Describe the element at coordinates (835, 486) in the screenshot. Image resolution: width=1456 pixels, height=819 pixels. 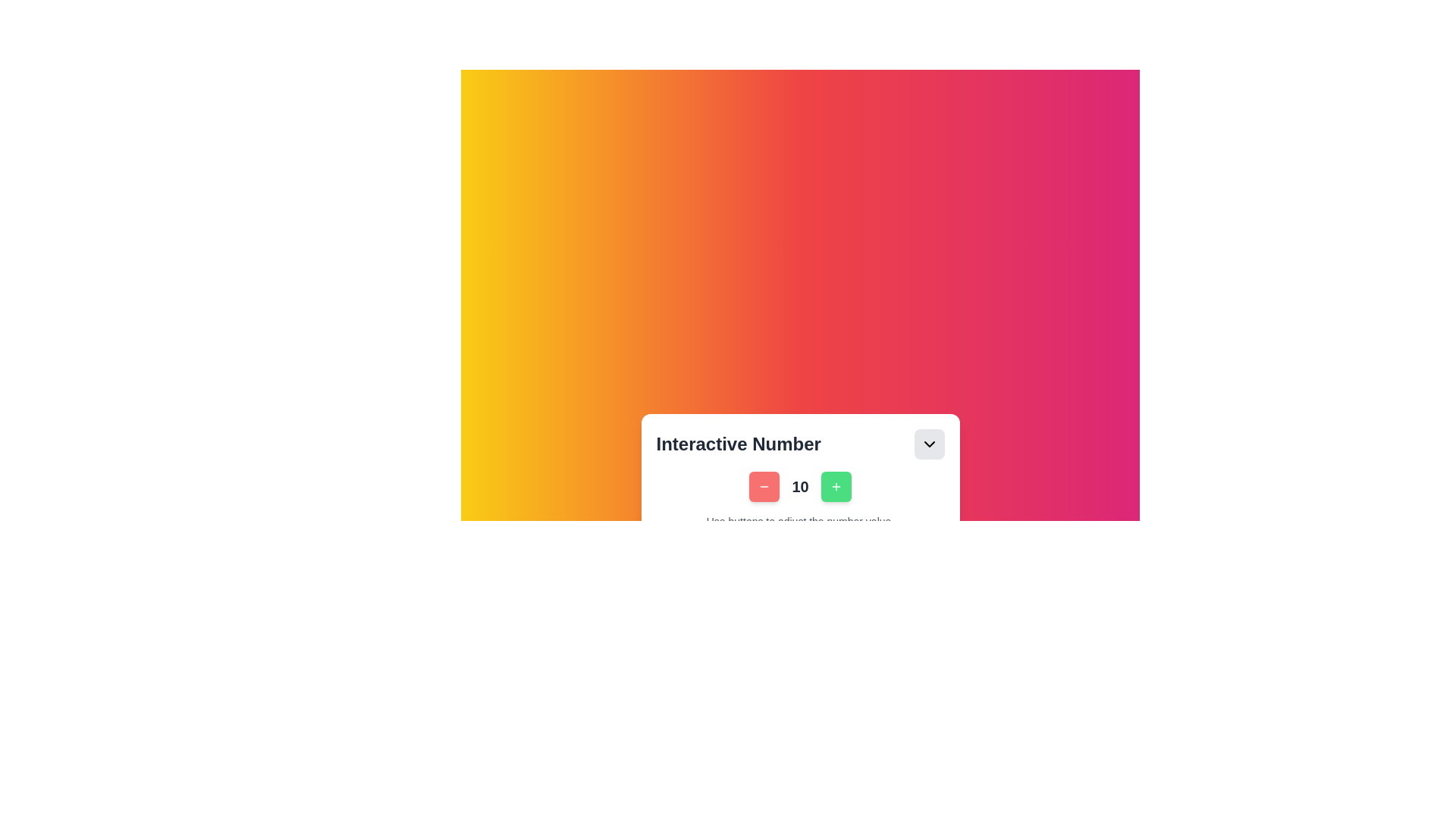
I see `the increment button located to the right of the numerical display '10' within the 'Interactive Number' control interface` at that location.